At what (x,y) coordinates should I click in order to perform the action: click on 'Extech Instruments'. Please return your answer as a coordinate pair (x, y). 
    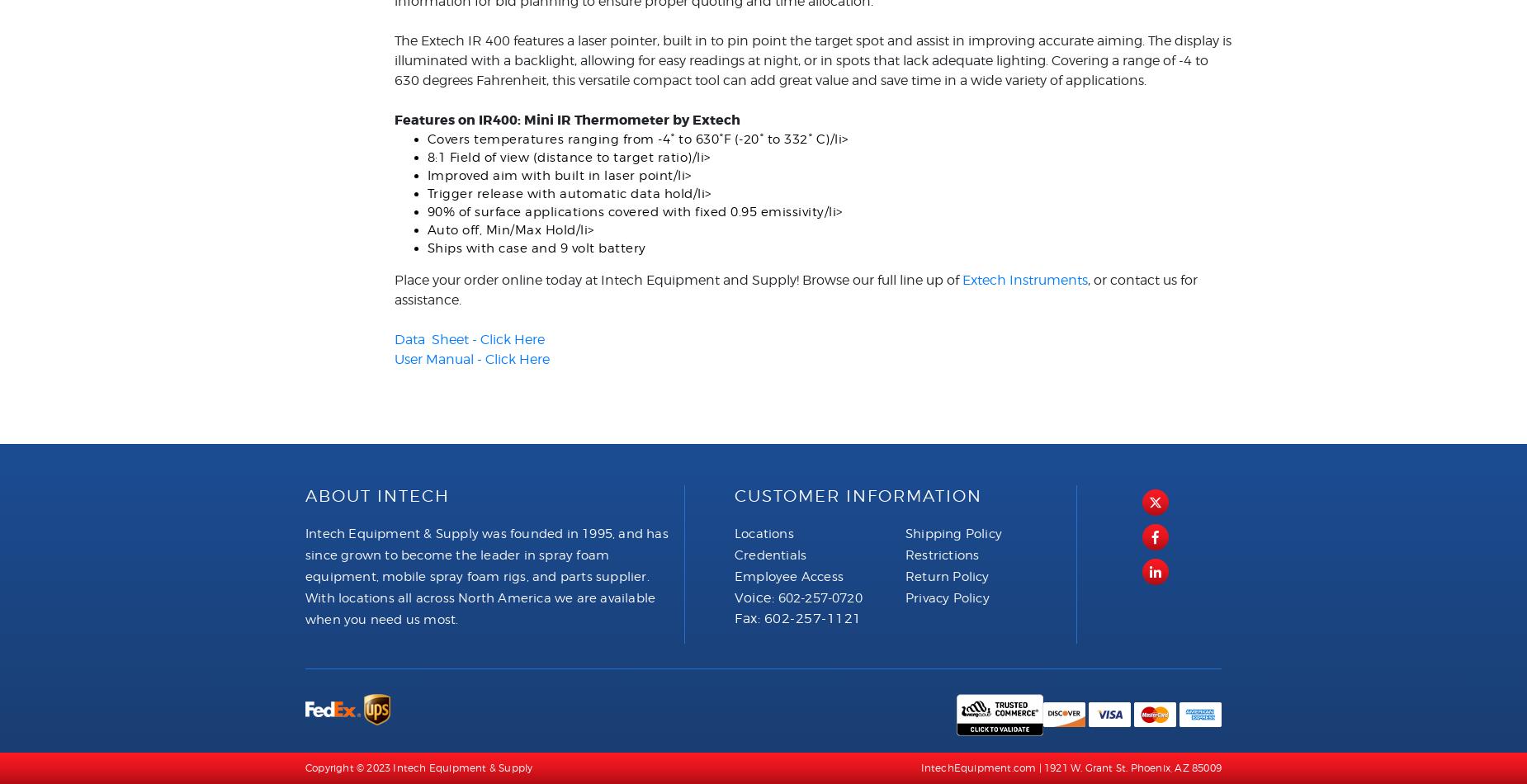
    Looking at the image, I should click on (957, 278).